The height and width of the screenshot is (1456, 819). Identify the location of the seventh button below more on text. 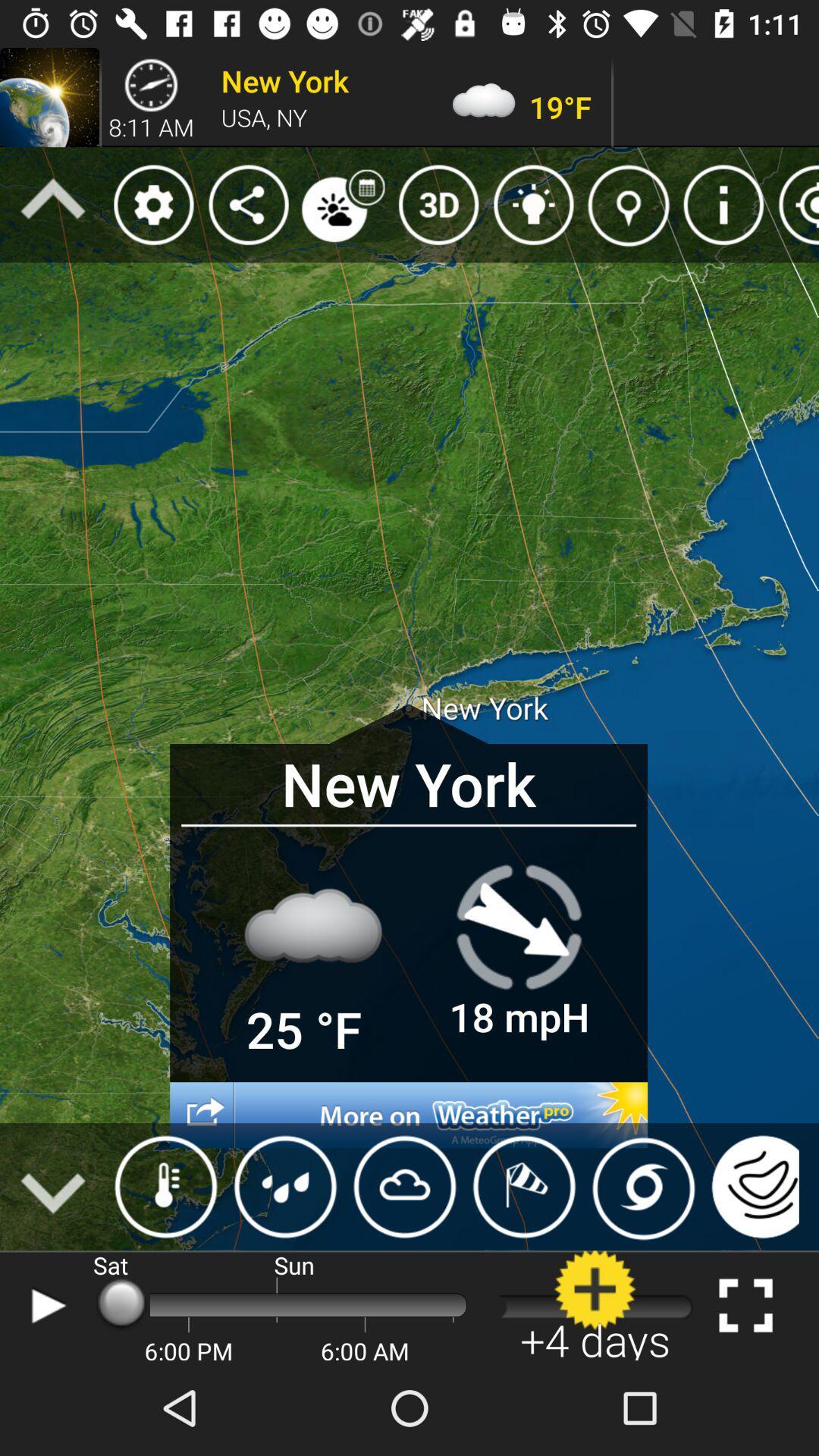
(752, 1186).